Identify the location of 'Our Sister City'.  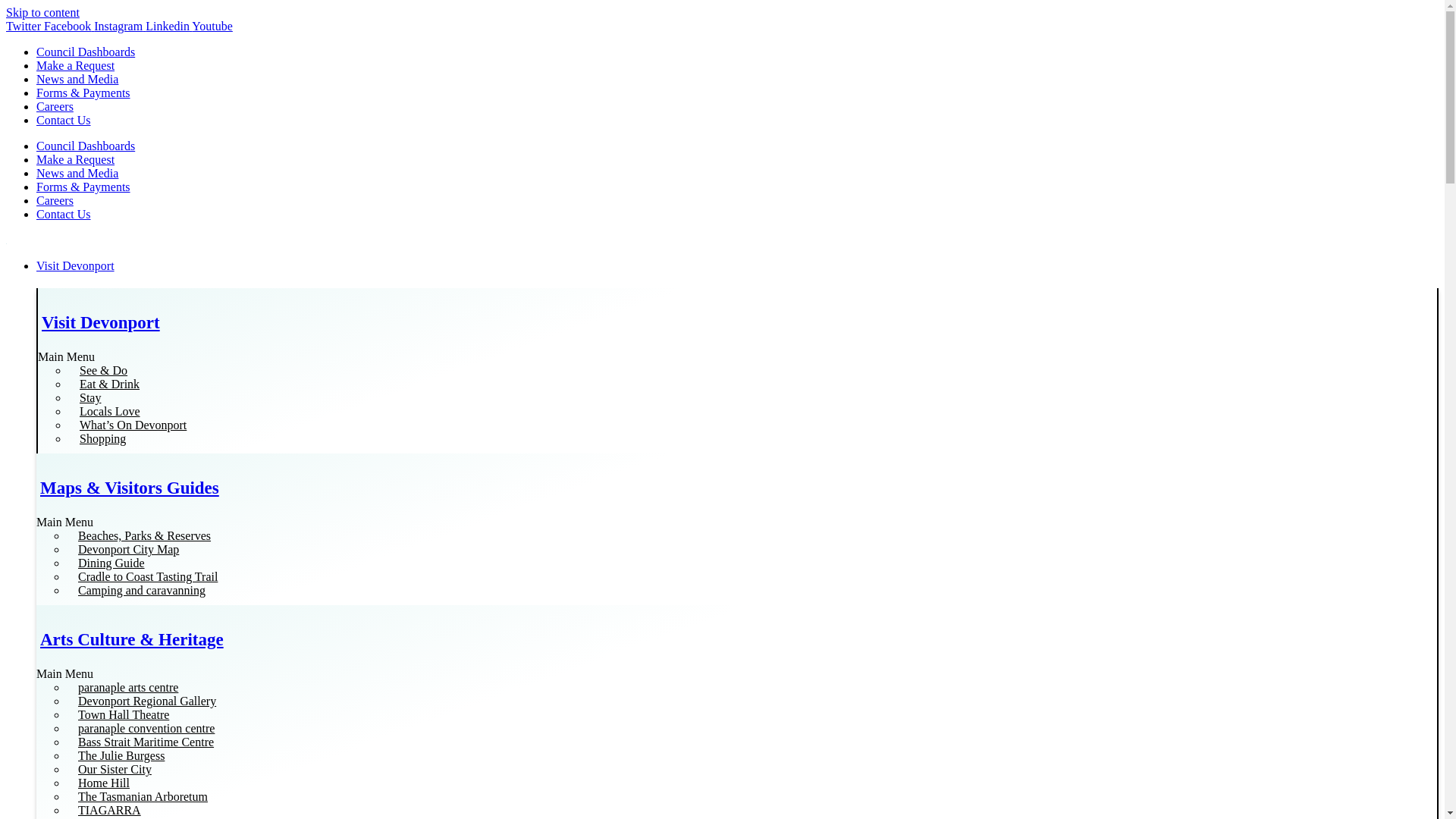
(65, 769).